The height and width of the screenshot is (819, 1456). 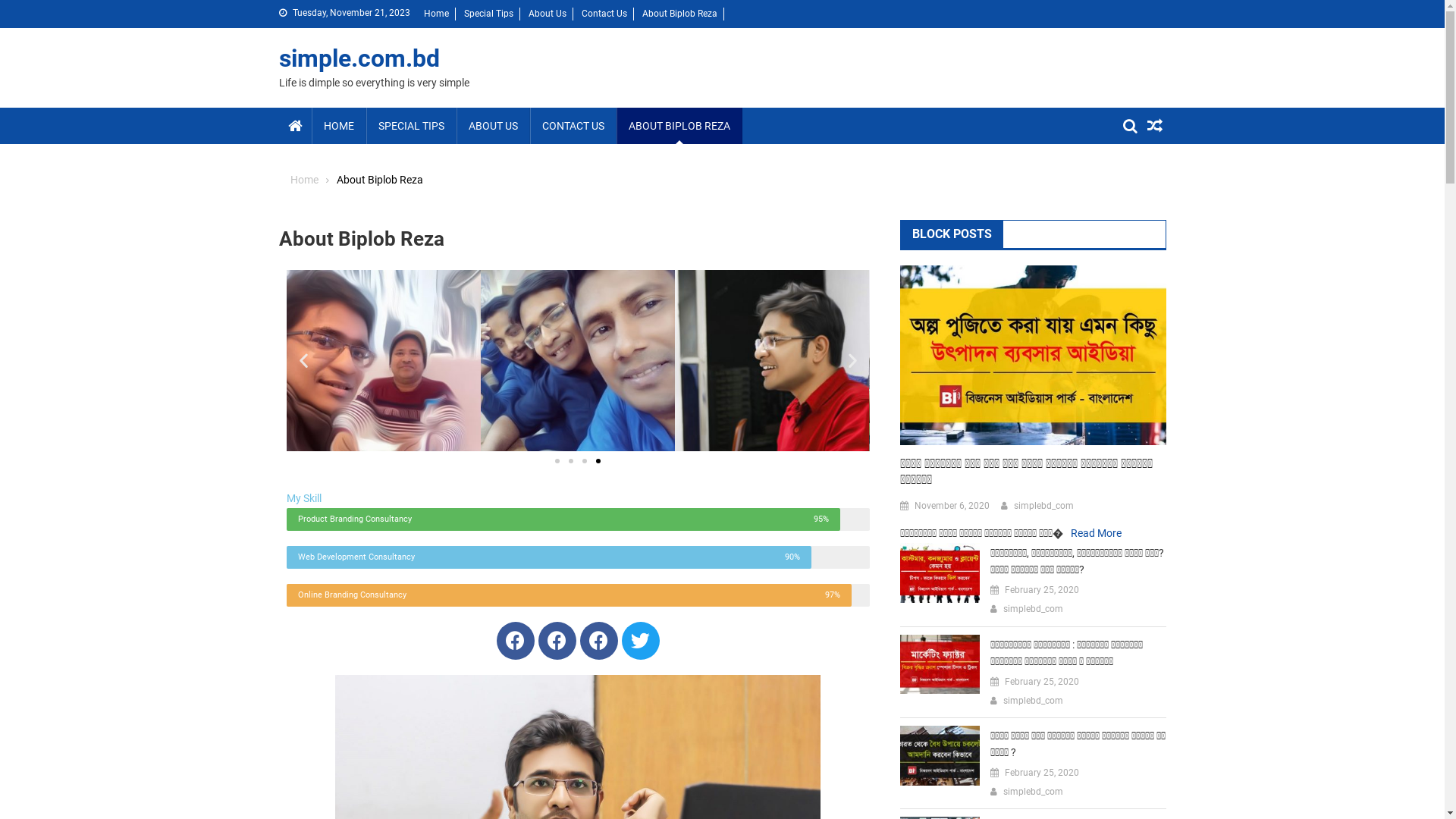 What do you see at coordinates (913, 506) in the screenshot?
I see `'November 6, 2020'` at bounding box center [913, 506].